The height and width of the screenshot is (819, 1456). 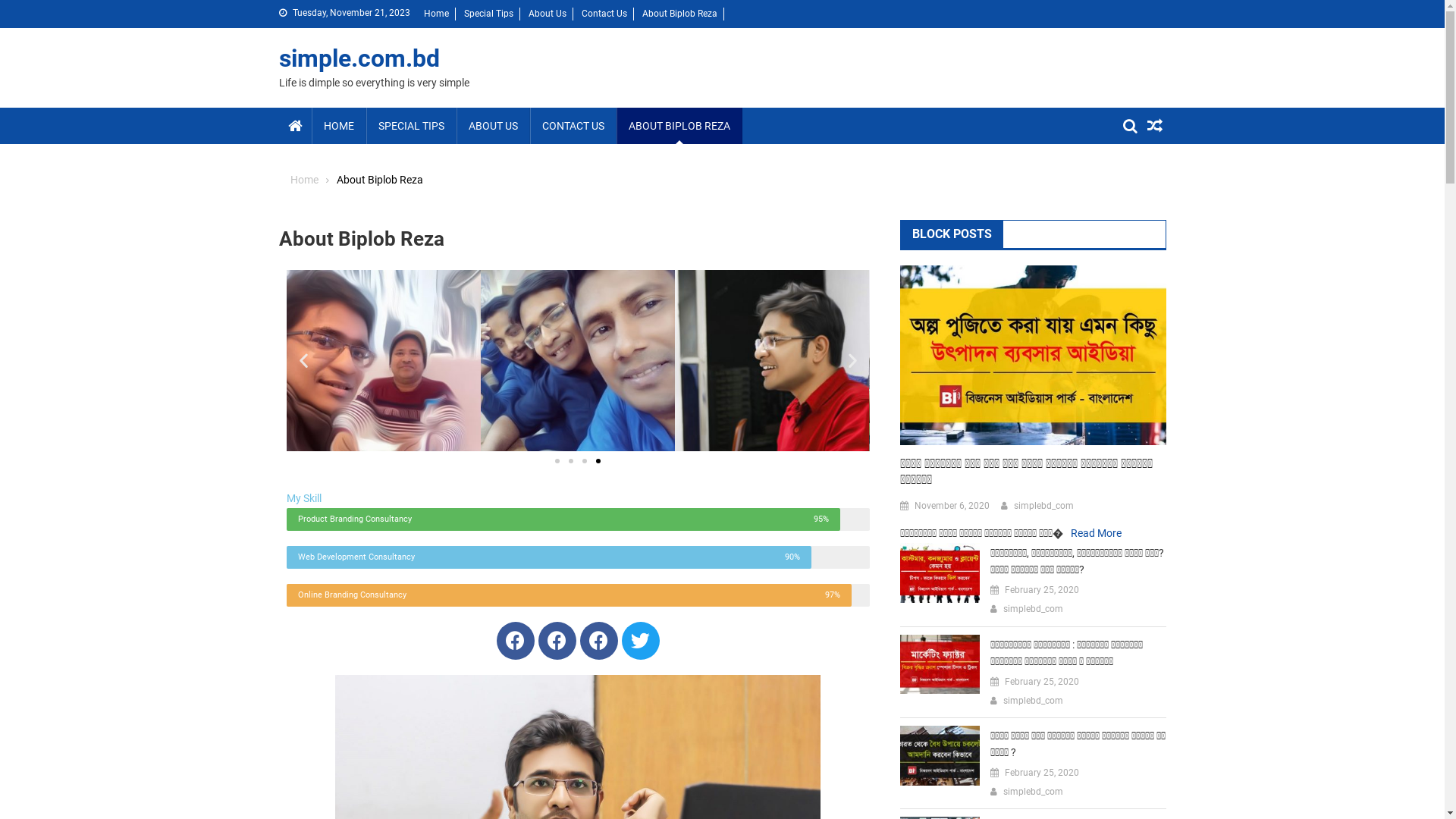 What do you see at coordinates (913, 506) in the screenshot?
I see `'November 6, 2020'` at bounding box center [913, 506].